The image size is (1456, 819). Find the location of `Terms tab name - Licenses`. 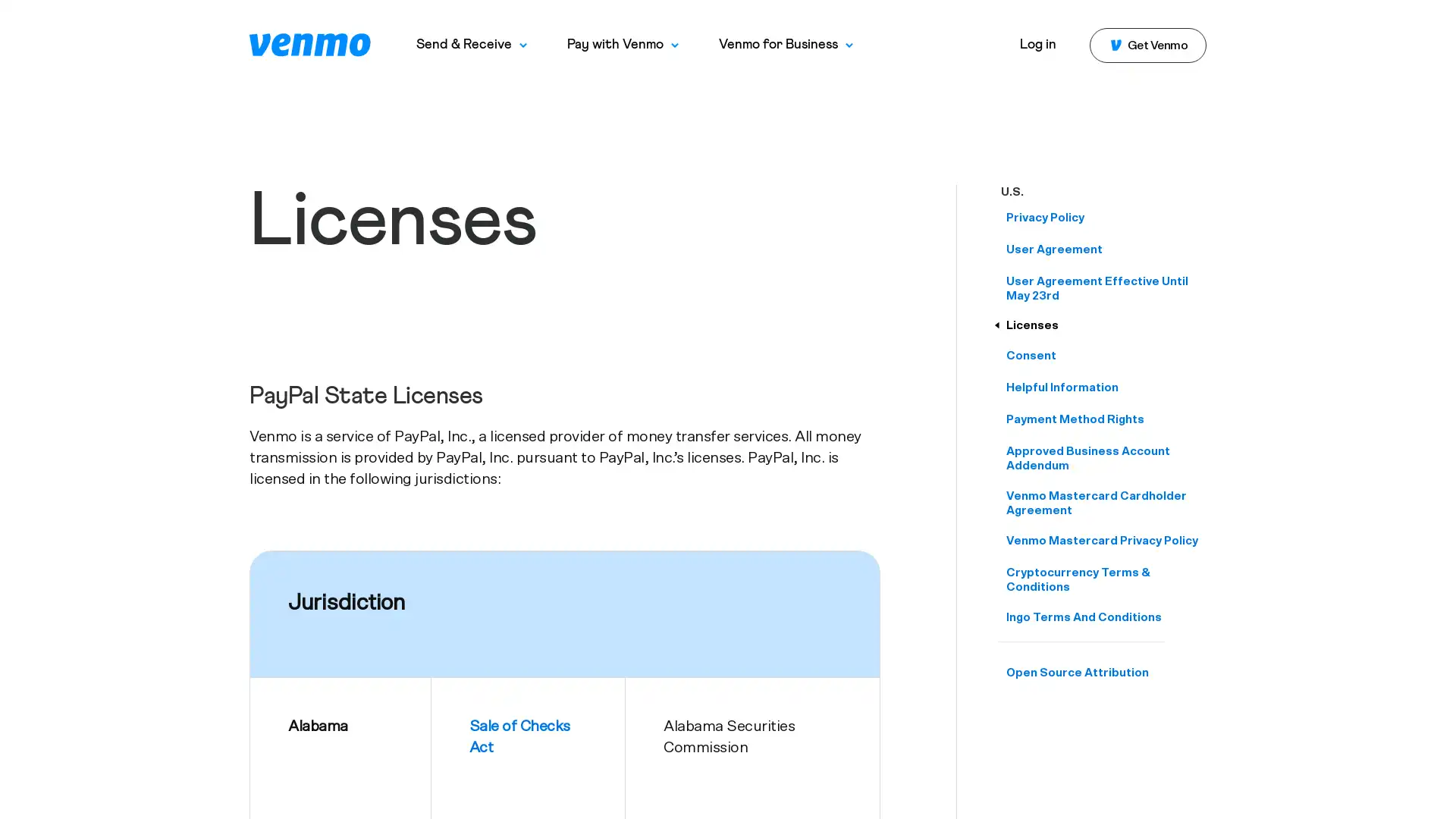

Terms tab name - Licenses is located at coordinates (1106, 325).